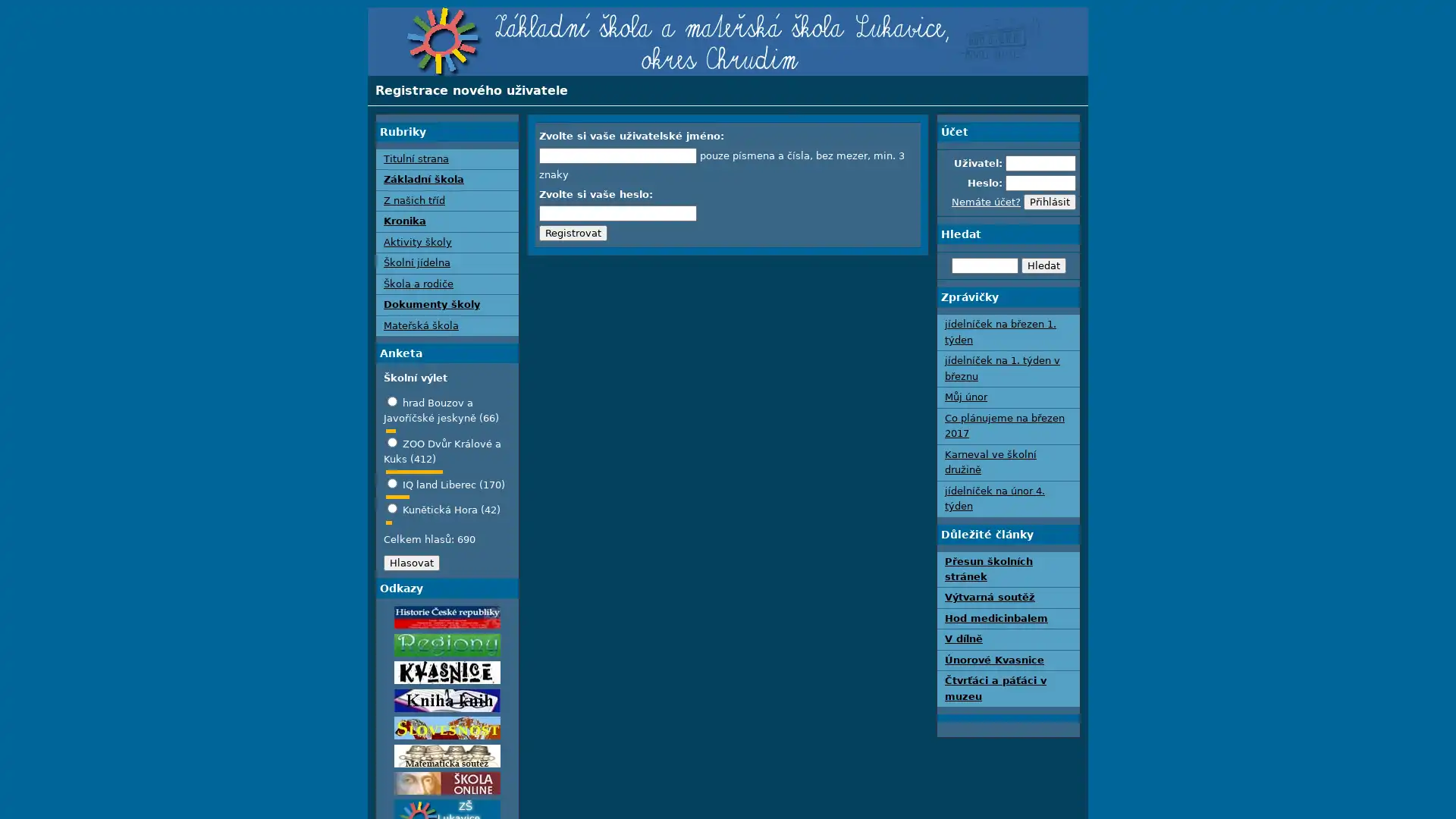  I want to click on Registrovat, so click(572, 232).